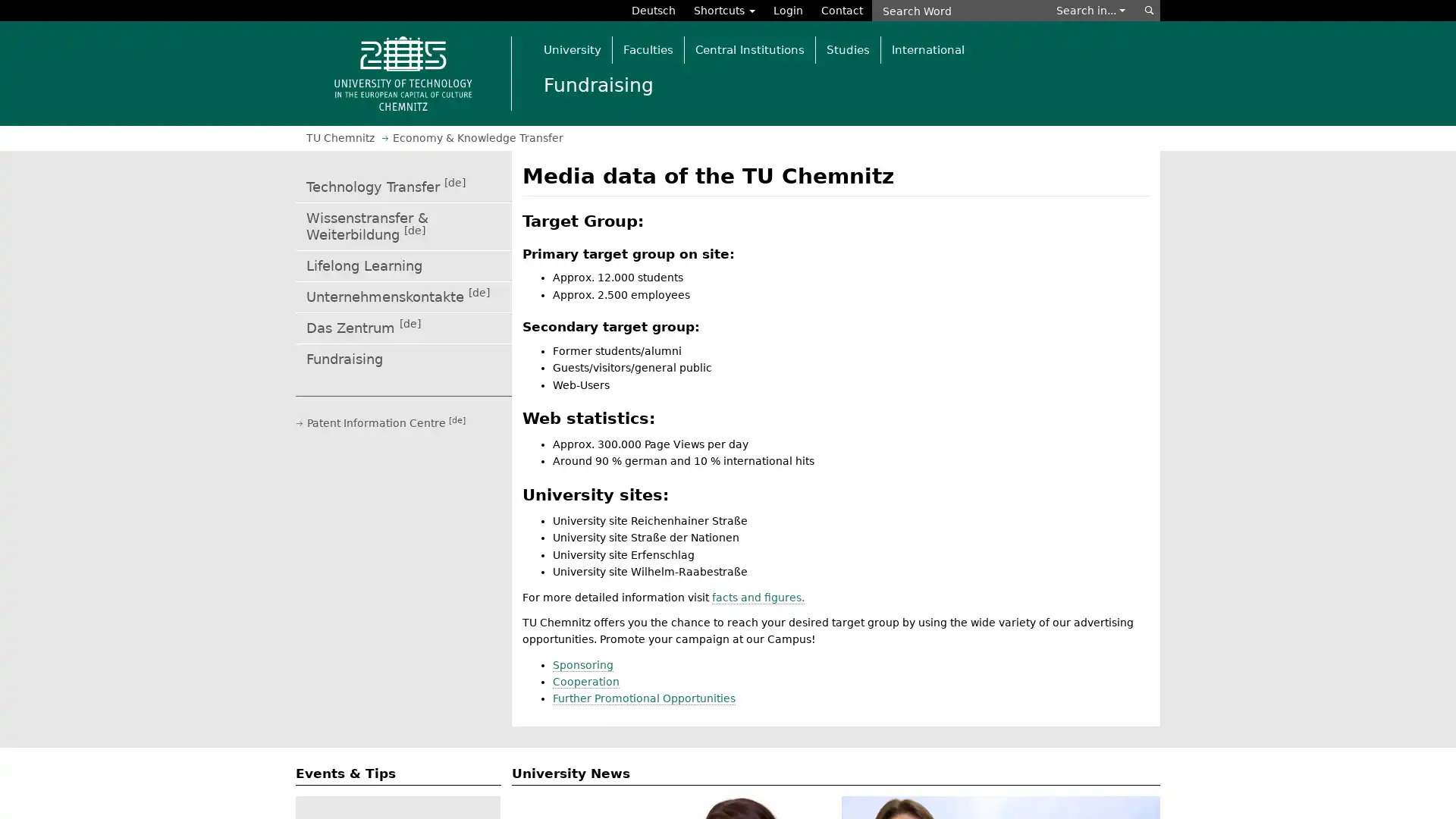  What do you see at coordinates (571, 49) in the screenshot?
I see `University` at bounding box center [571, 49].